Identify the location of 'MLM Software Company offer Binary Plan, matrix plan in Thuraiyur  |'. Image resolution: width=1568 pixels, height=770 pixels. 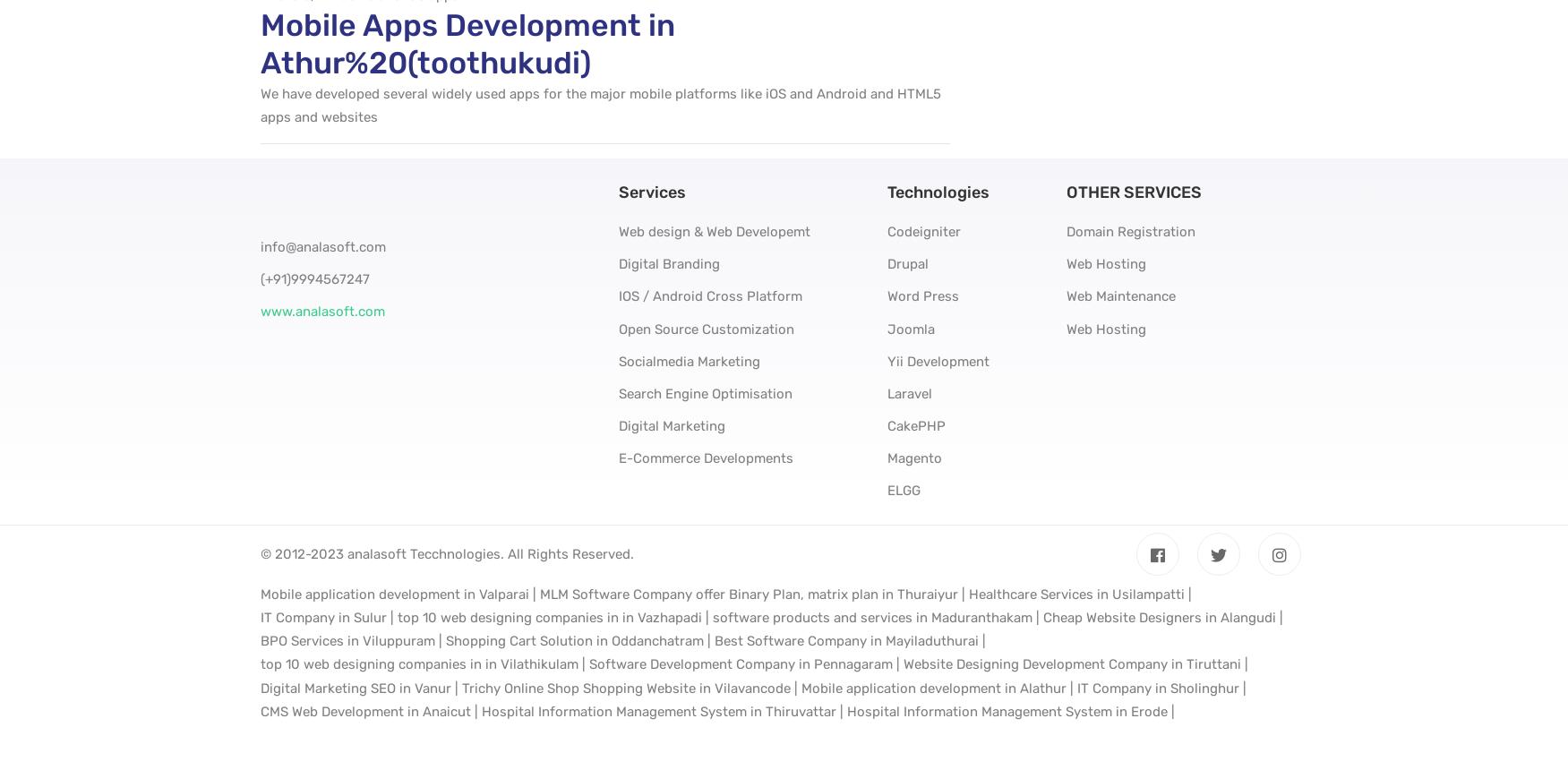
(751, 595).